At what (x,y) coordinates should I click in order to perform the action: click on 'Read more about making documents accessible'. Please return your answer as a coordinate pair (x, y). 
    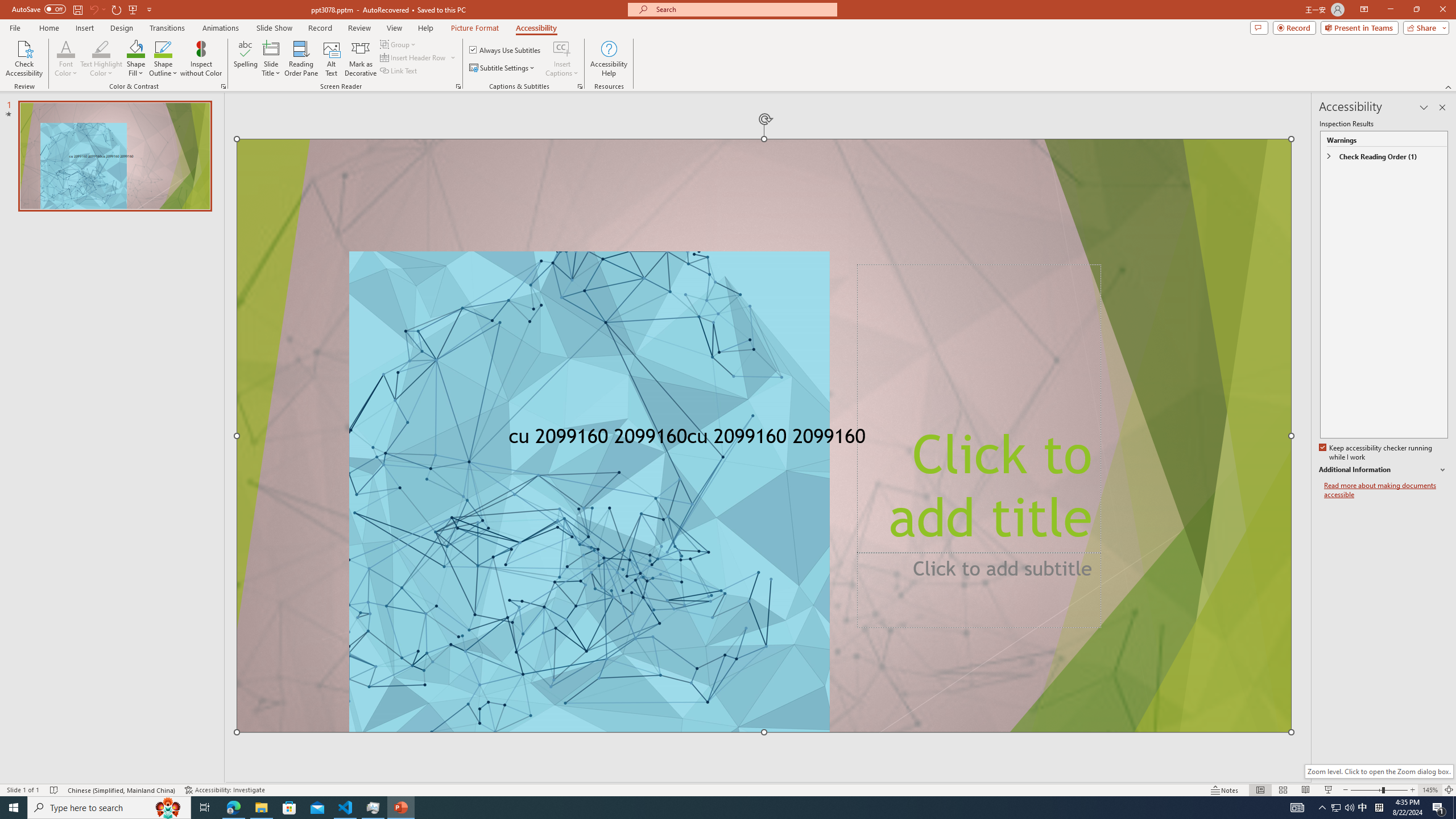
    Looking at the image, I should click on (1386, 490).